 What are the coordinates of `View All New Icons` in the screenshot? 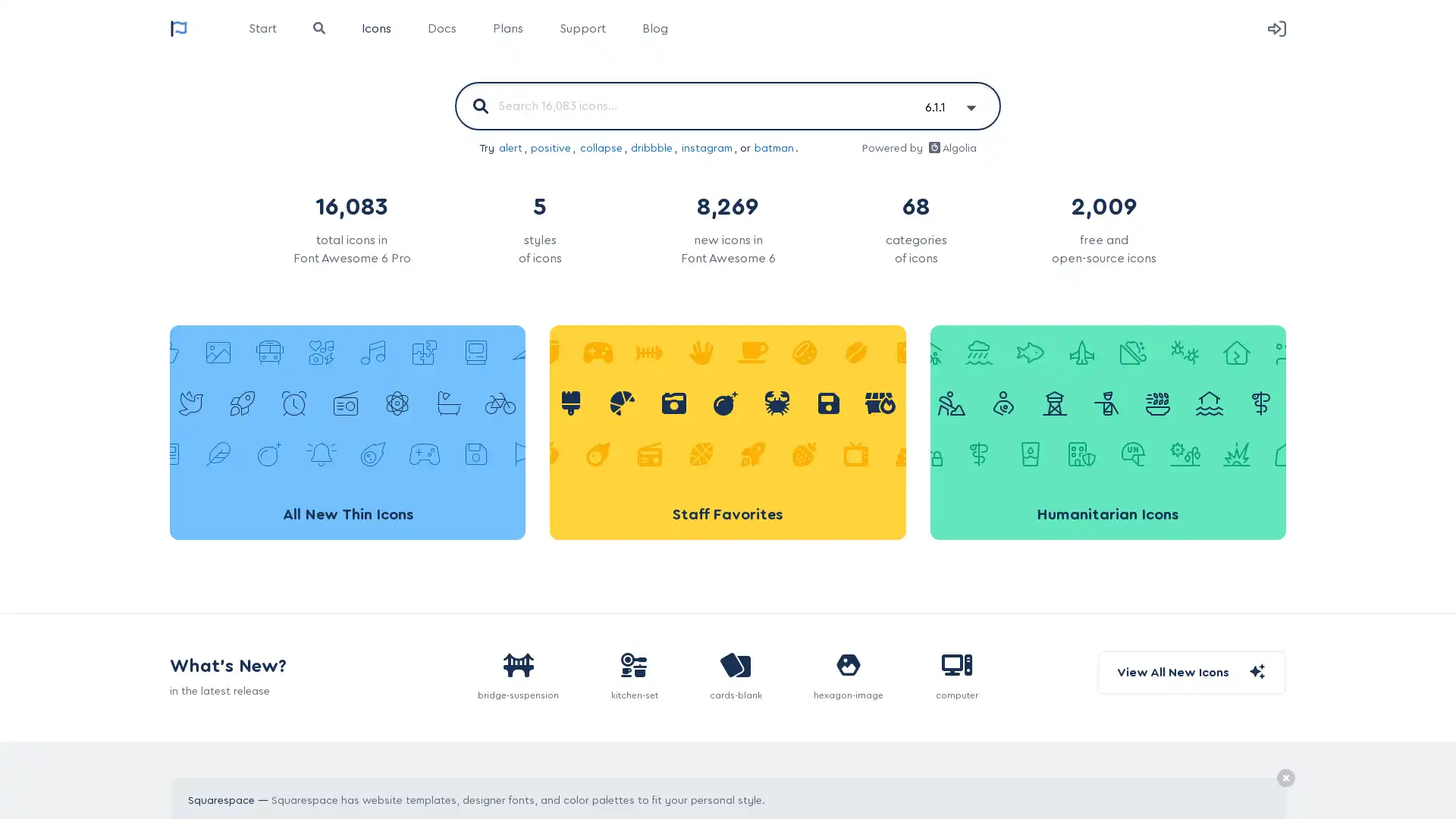 It's located at (1191, 671).